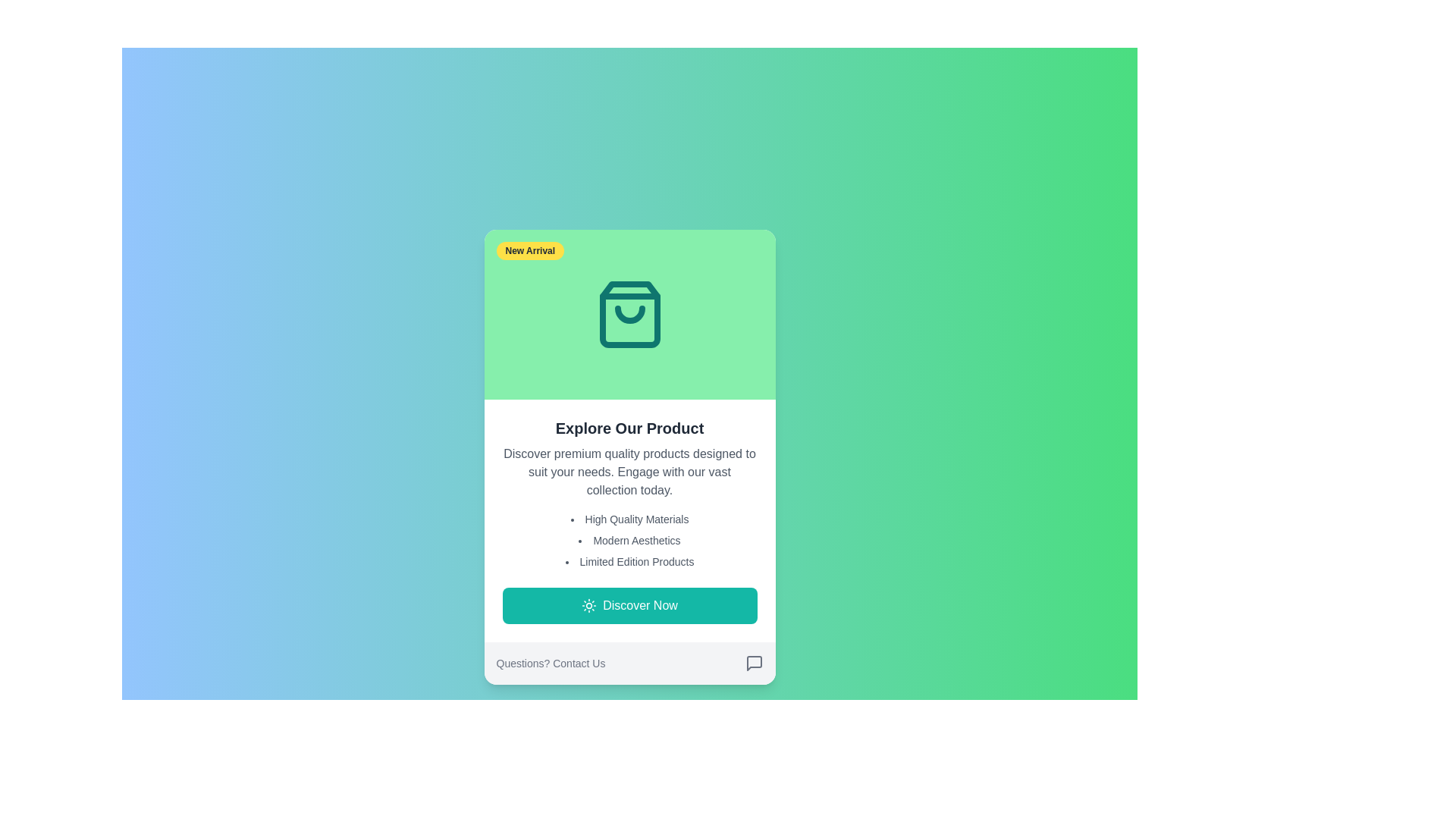 The width and height of the screenshot is (1456, 819). What do you see at coordinates (588, 604) in the screenshot?
I see `the sun icon located to the left of the 'Discover Now' button with a teal background and white text` at bounding box center [588, 604].